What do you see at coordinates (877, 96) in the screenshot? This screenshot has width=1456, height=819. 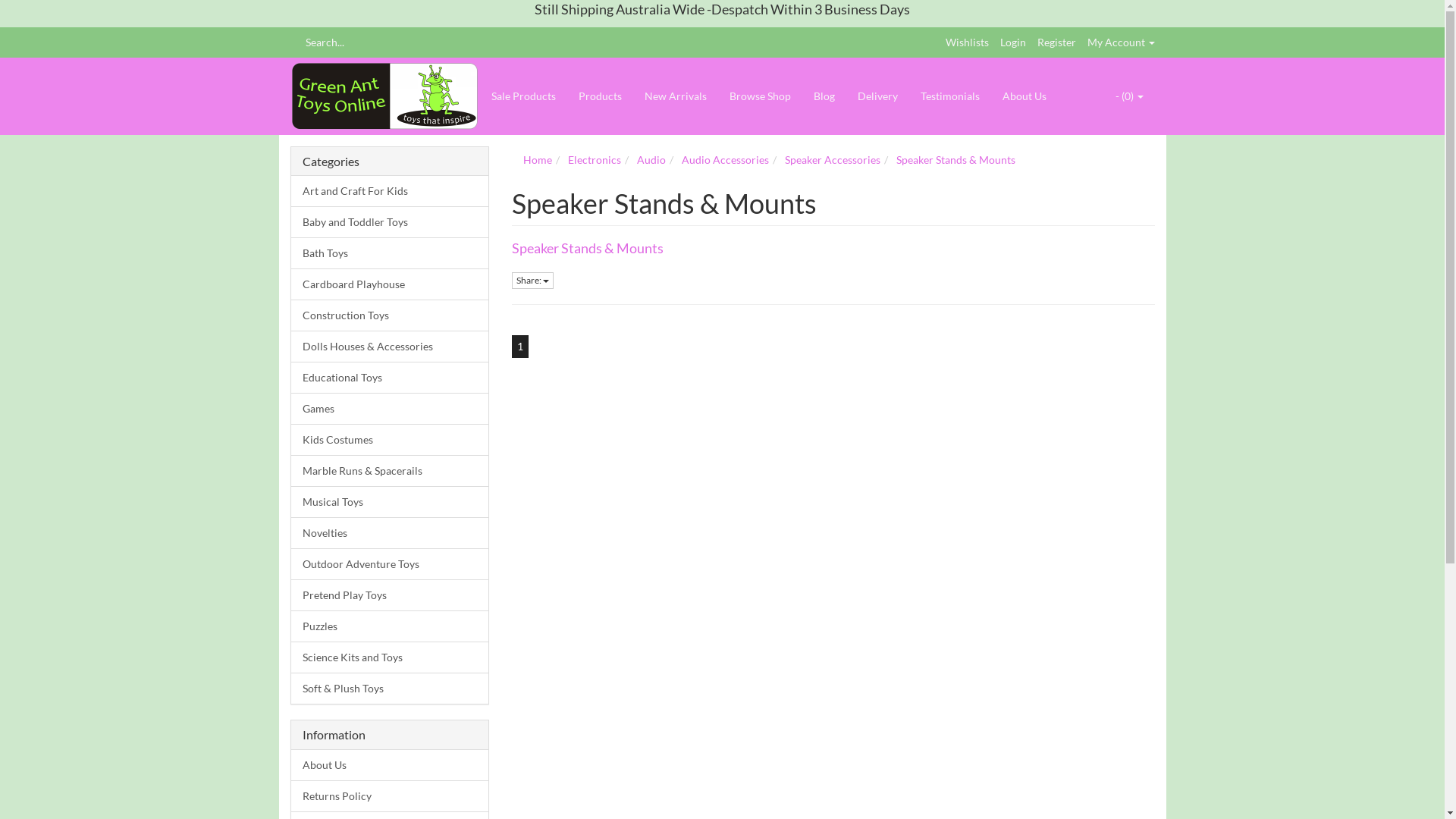 I see `'Delivery'` at bounding box center [877, 96].